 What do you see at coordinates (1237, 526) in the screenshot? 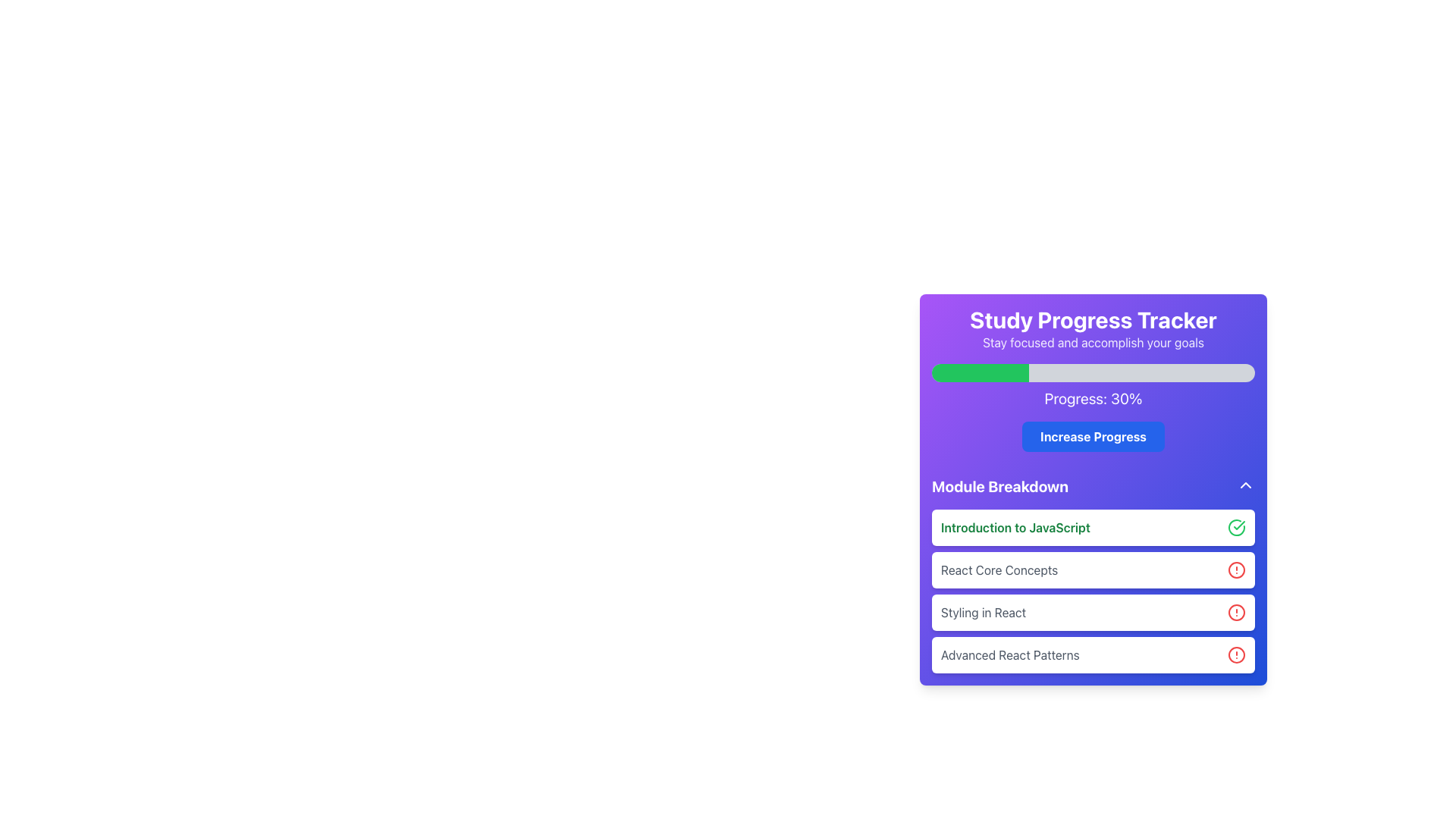
I see `the circular graphical component with a green border and a checkmark inside it, located at the right end of the row labeled 'Introduction to JavaScript', to mark the module as complete` at bounding box center [1237, 526].